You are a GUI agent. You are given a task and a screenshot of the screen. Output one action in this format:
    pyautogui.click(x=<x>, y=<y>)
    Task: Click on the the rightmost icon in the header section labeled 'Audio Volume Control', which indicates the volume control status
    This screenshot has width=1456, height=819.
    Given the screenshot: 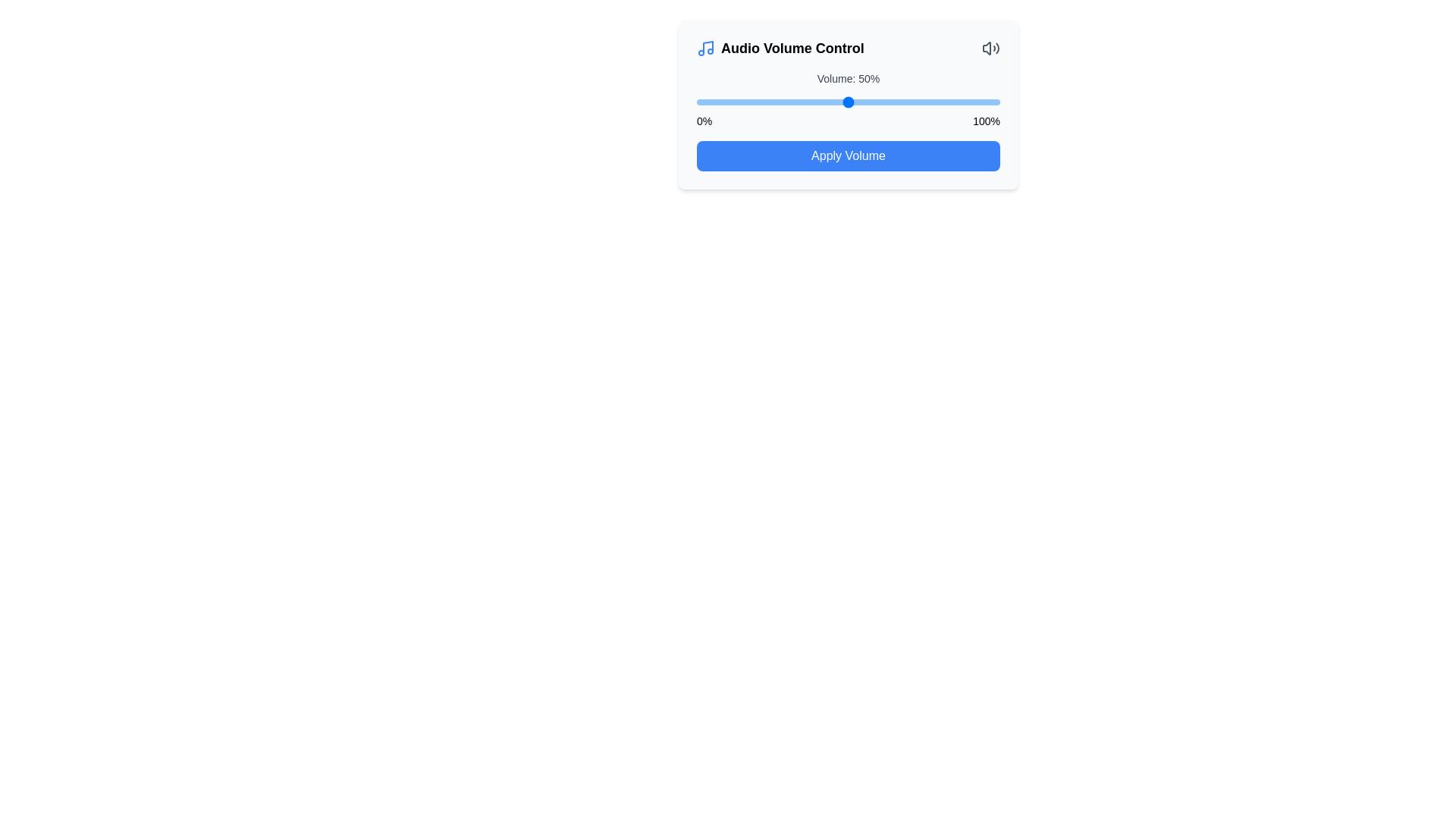 What is the action you would take?
    pyautogui.click(x=990, y=48)
    